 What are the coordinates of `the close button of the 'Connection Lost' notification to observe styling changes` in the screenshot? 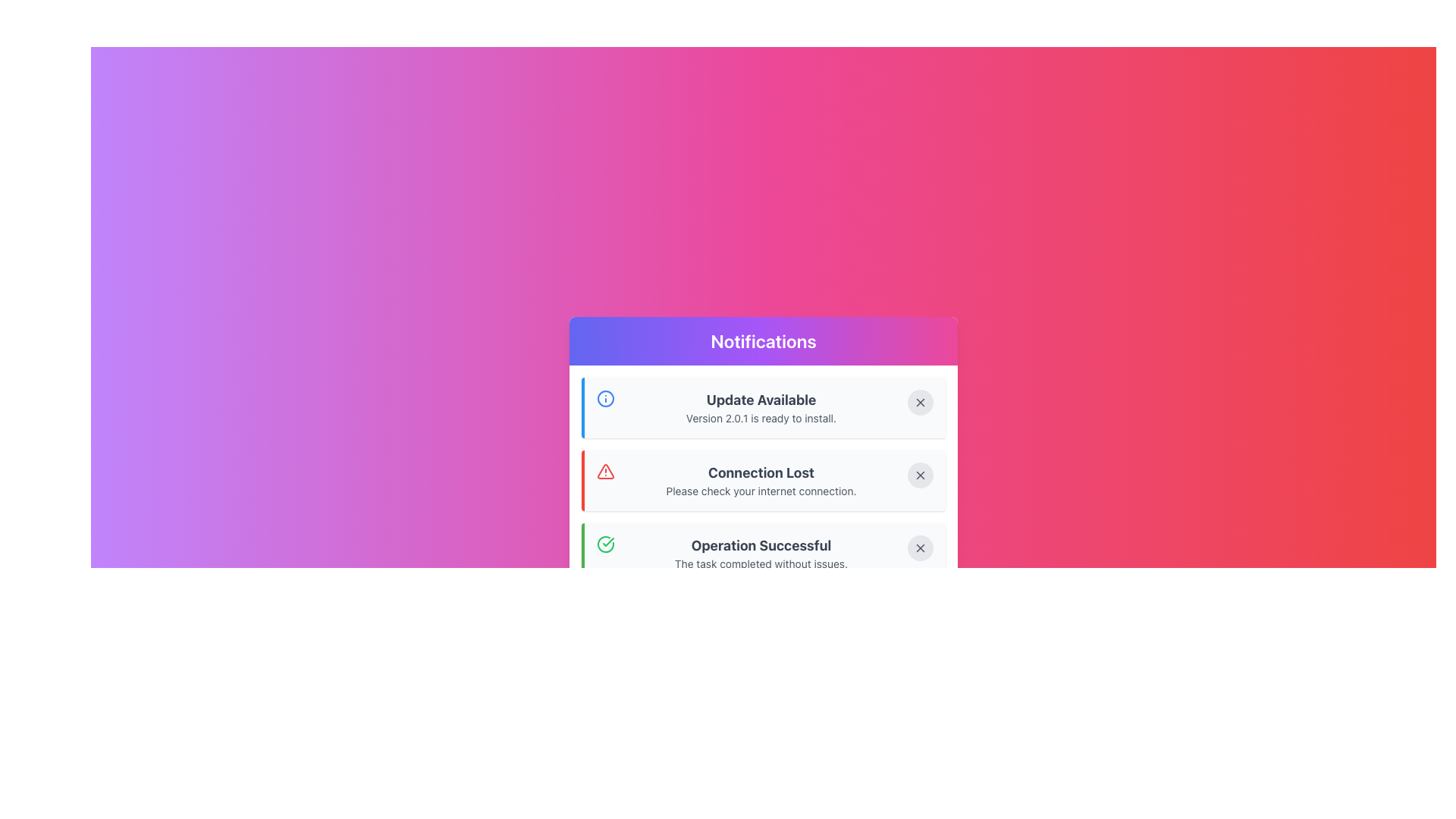 It's located at (920, 475).